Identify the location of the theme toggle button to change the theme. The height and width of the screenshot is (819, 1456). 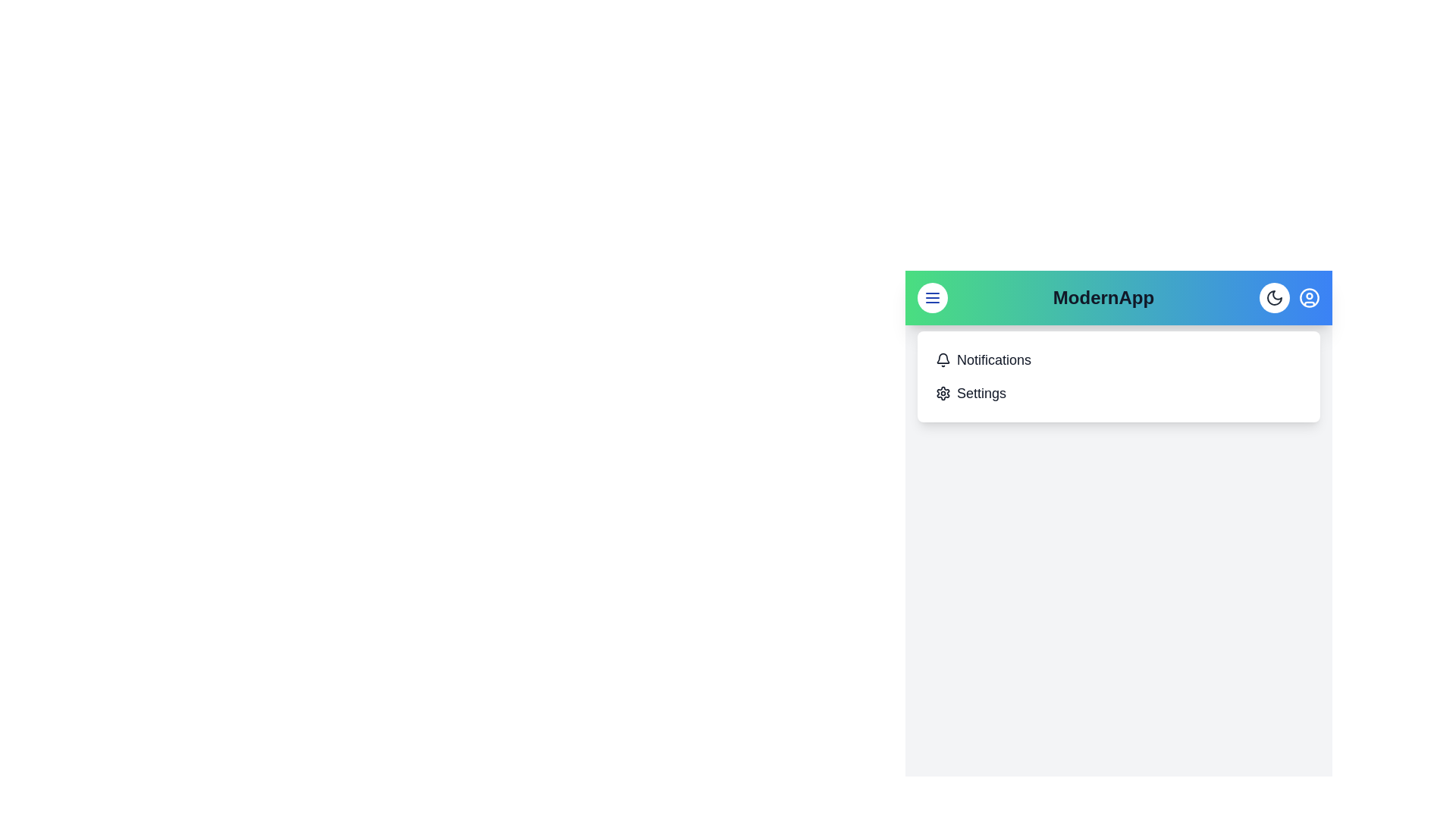
(1274, 298).